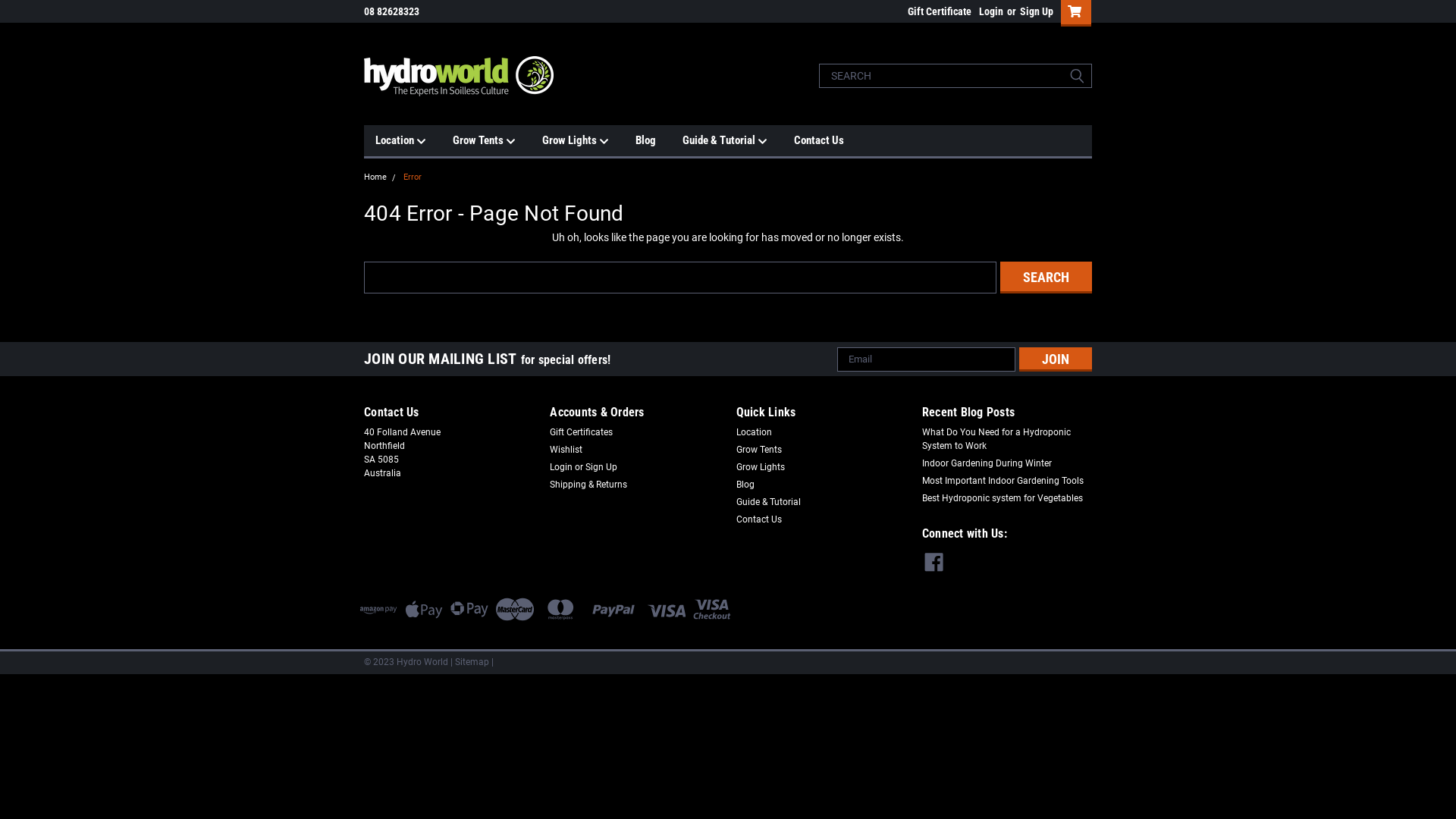  Describe the element at coordinates (471, 661) in the screenshot. I see `'Sitemap'` at that location.